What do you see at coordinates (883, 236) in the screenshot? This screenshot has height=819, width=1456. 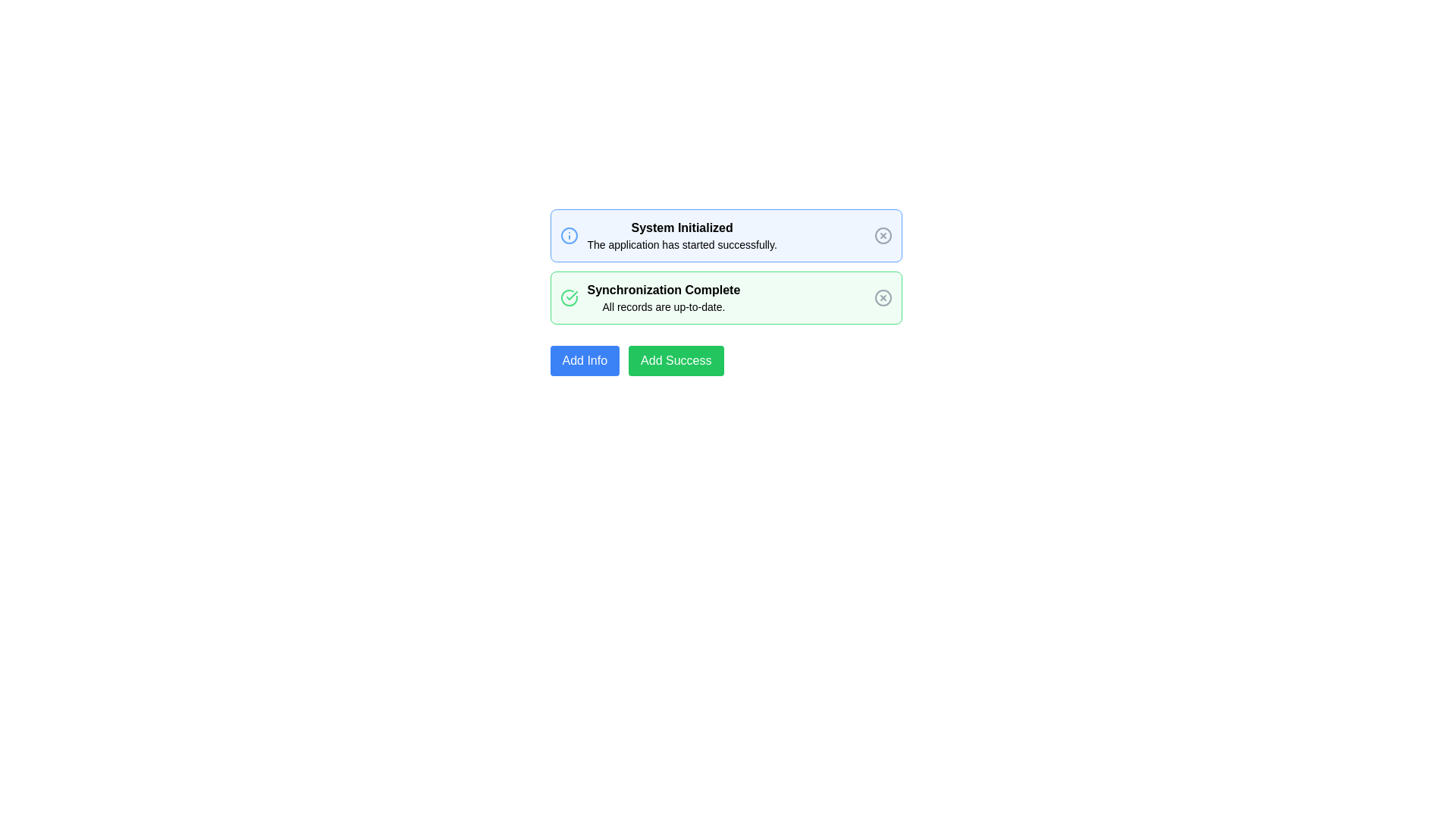 I see `the dismiss button located on the right side of the blue notification box titled 'System Initialized' to change its color` at bounding box center [883, 236].